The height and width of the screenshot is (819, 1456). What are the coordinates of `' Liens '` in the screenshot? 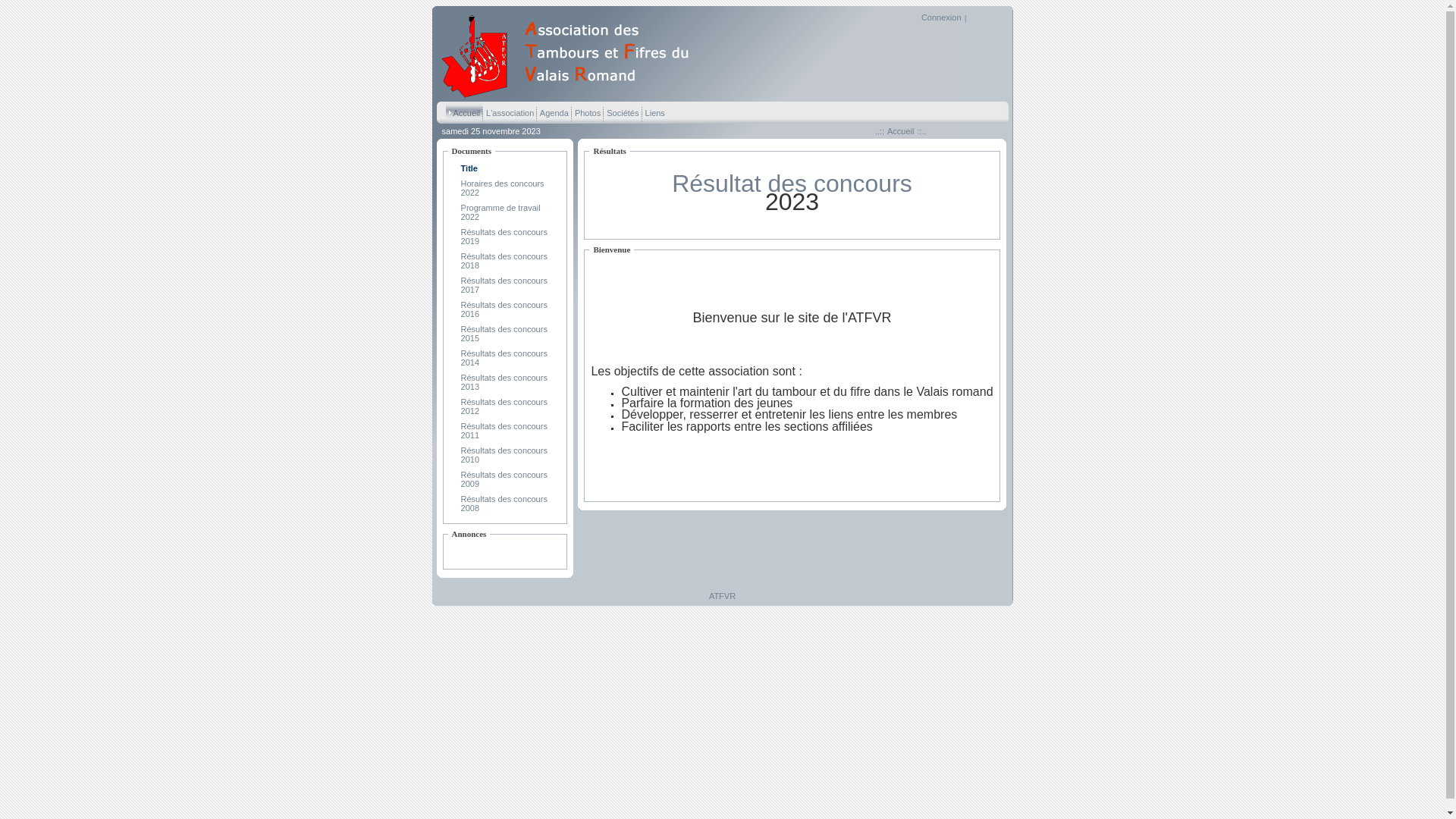 It's located at (654, 111).